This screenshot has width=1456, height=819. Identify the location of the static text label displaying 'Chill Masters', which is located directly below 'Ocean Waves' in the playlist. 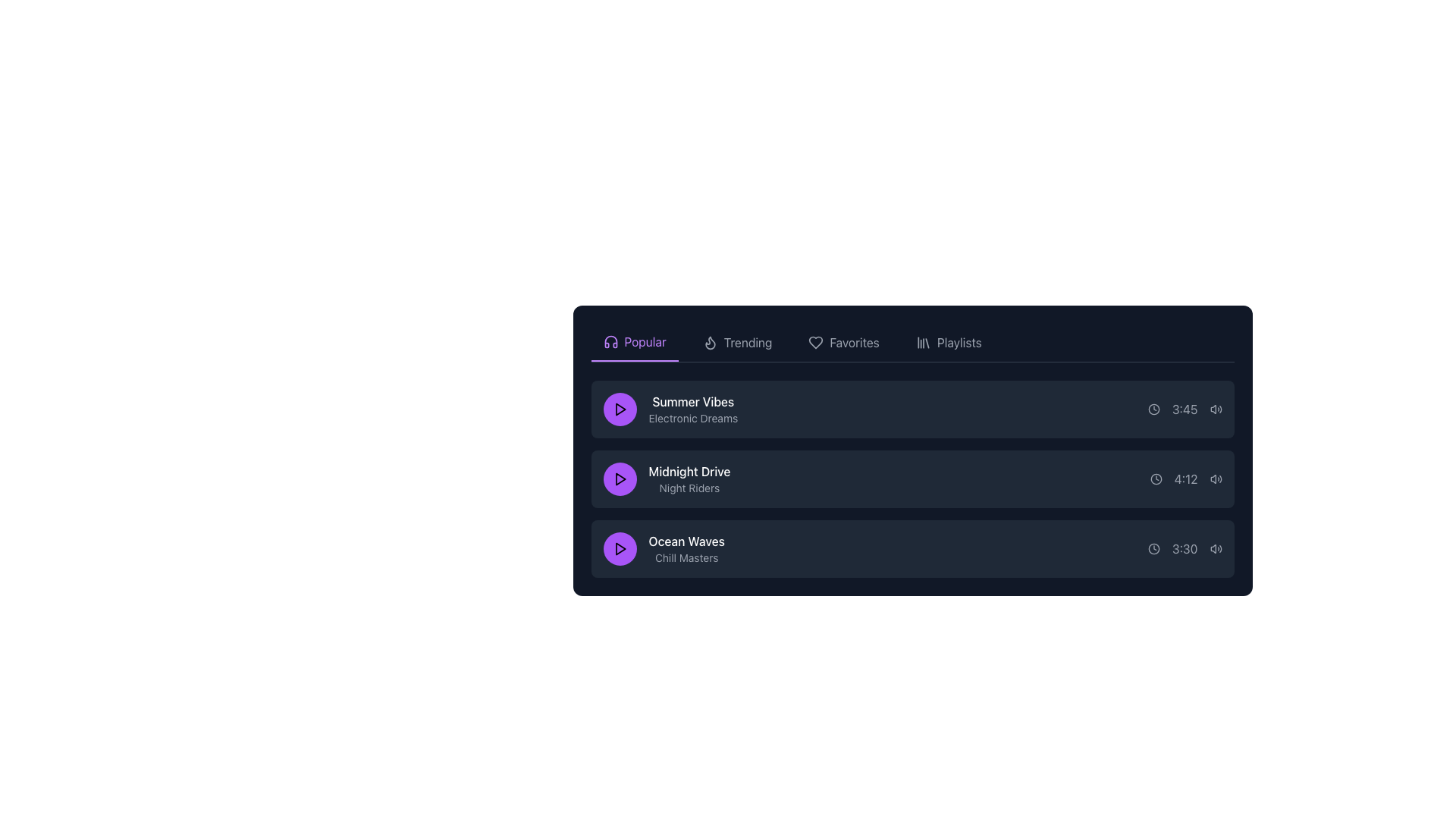
(686, 558).